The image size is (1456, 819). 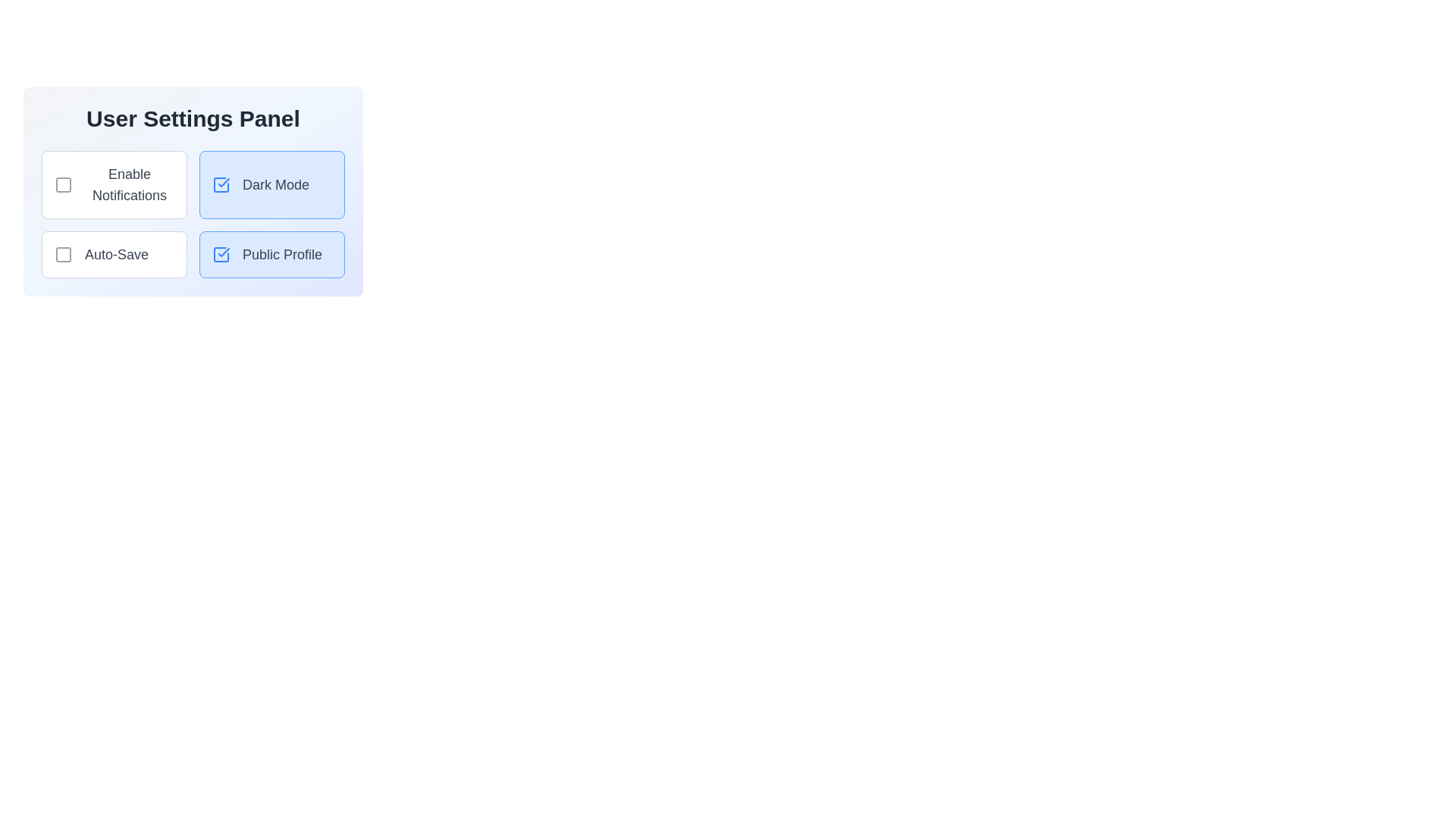 What do you see at coordinates (115, 253) in the screenshot?
I see `the informational text label for 'Auto-Save' located in the bottom-left quadrant of the User Settings Panel` at bounding box center [115, 253].